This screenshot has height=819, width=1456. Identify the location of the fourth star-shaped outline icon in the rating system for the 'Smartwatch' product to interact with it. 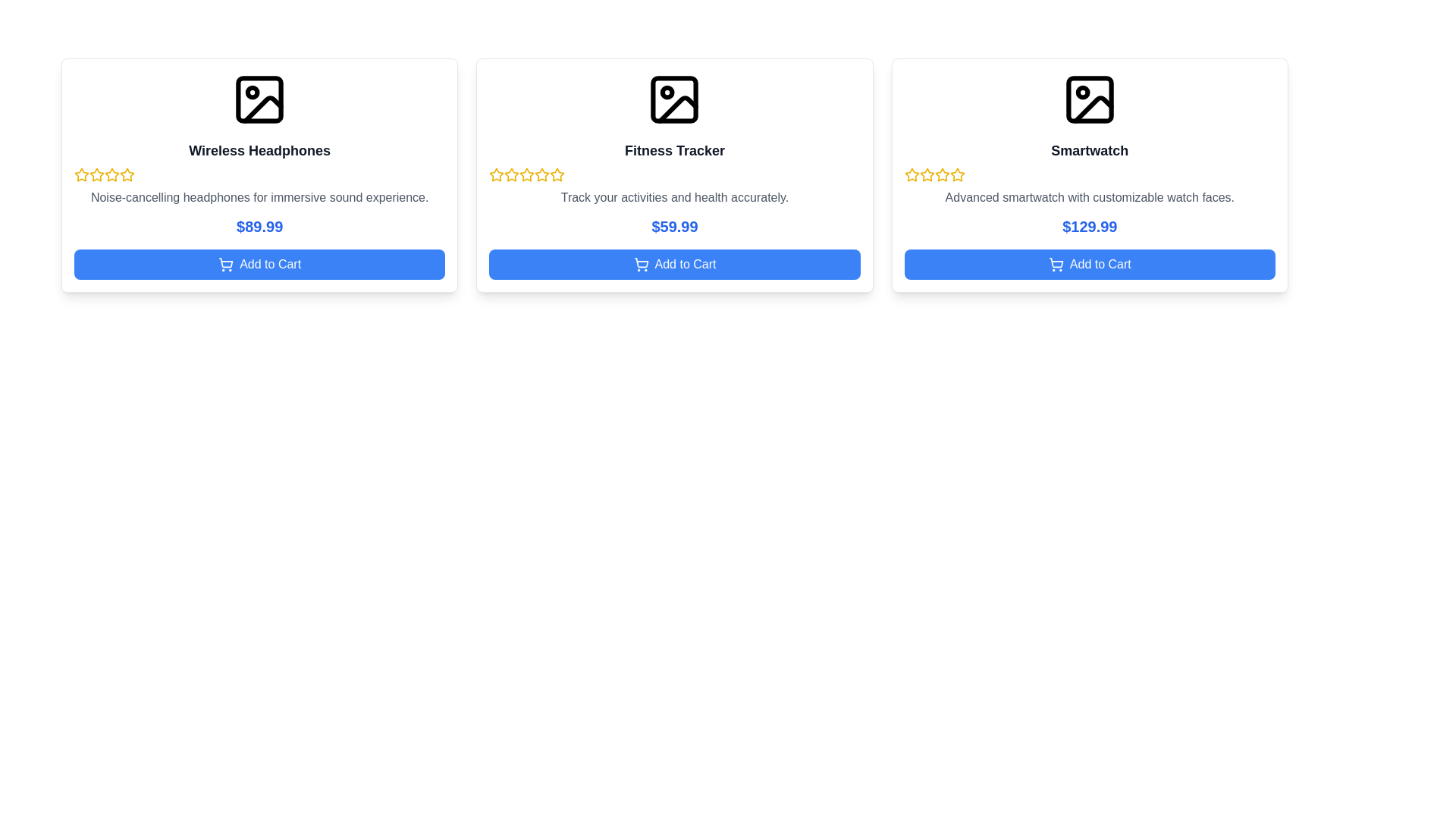
(941, 174).